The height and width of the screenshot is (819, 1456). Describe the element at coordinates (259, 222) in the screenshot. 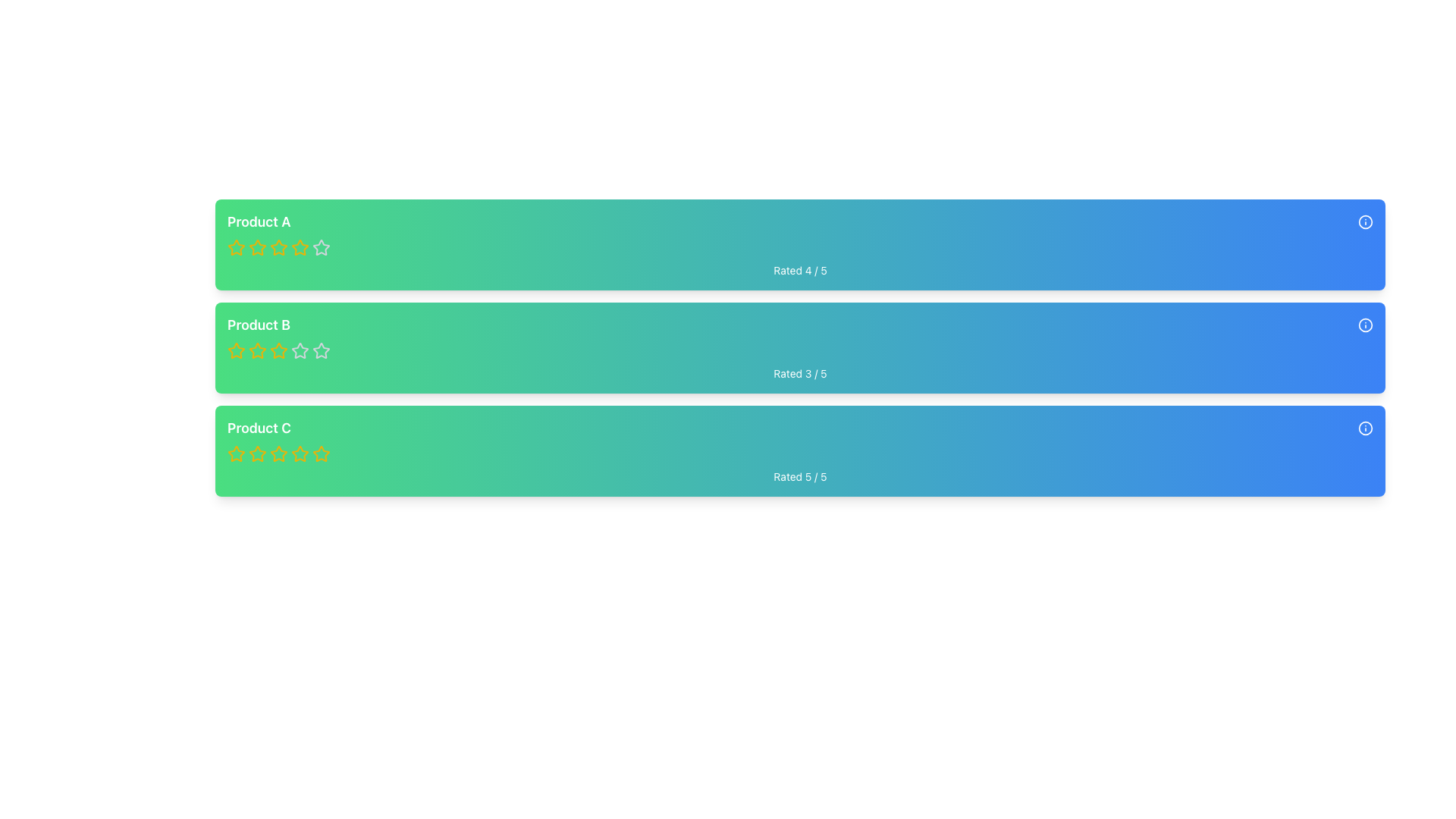

I see `the text label displaying 'Product A' which is styled in a bold and large sans-serif font on a green-to-blue gradient background, located at the upper left of the first row in a vertically stacked list` at that location.